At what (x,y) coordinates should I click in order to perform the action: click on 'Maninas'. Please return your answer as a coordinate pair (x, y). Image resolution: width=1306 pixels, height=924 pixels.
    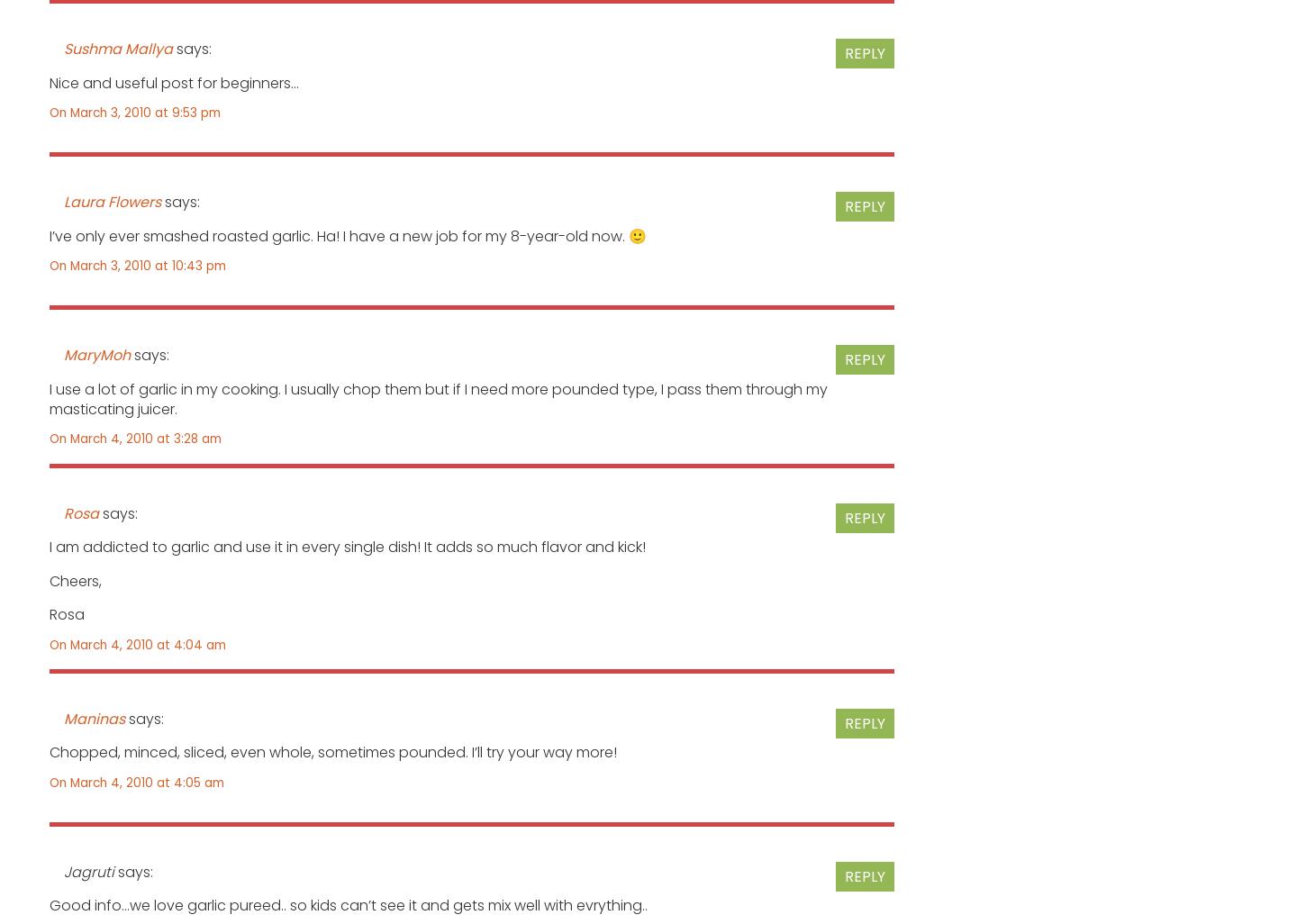
    Looking at the image, I should click on (94, 718).